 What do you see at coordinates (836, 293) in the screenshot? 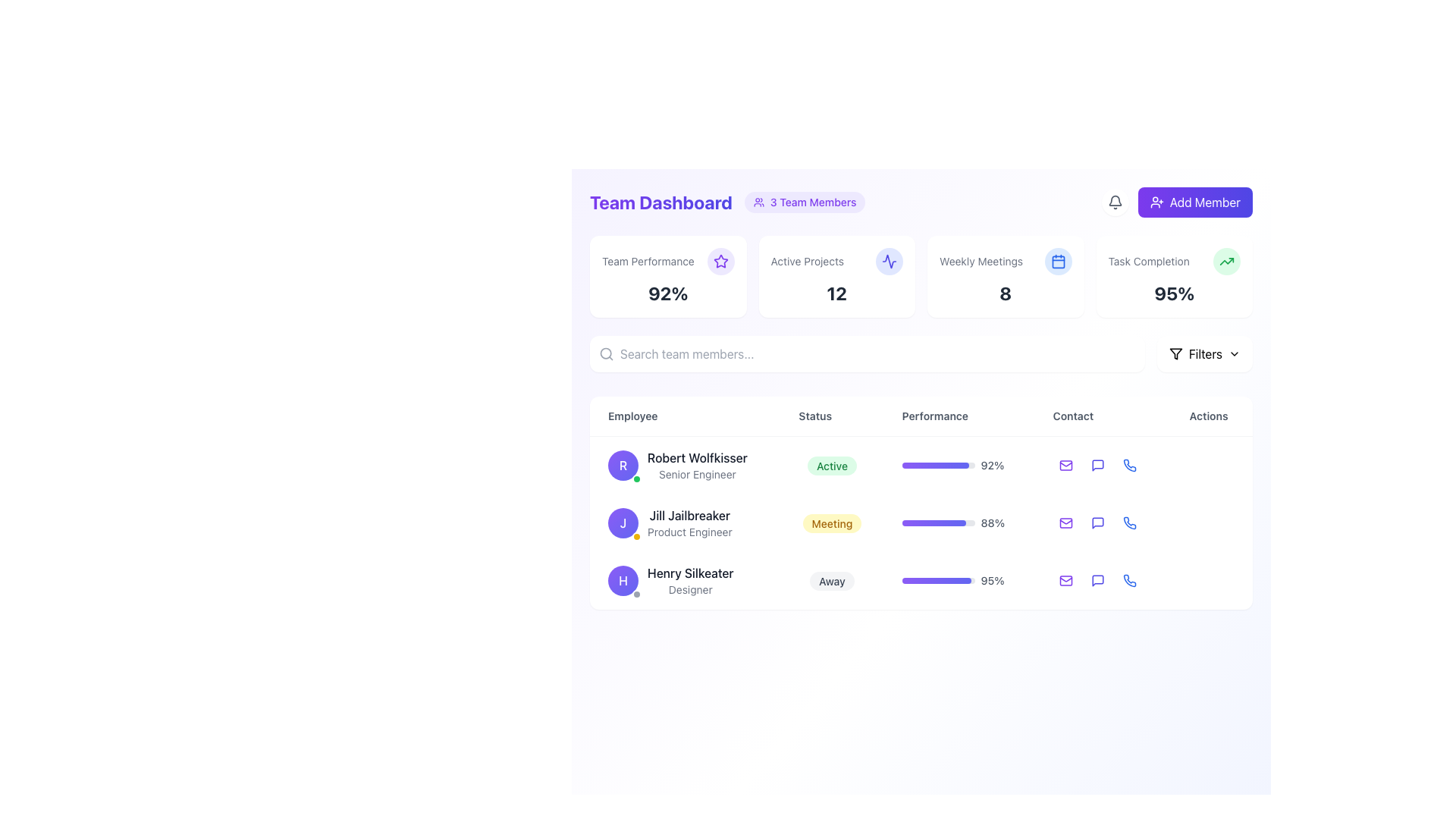
I see `the numeric '12' that displays the count of active projects, located beneath the 'Active Projects' label in the second summary card` at bounding box center [836, 293].